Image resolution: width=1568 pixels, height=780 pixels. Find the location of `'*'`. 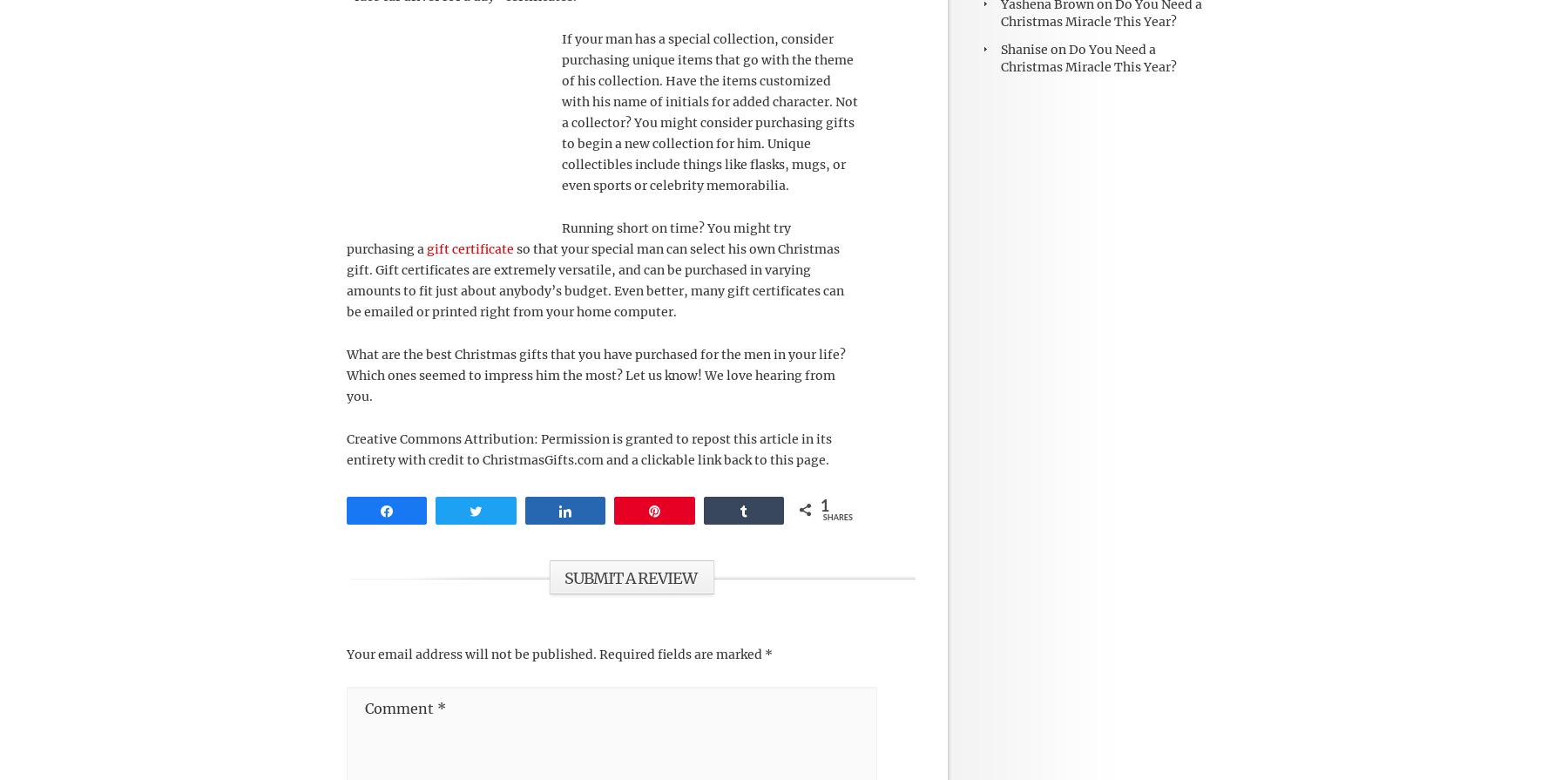

'*' is located at coordinates (768, 653).